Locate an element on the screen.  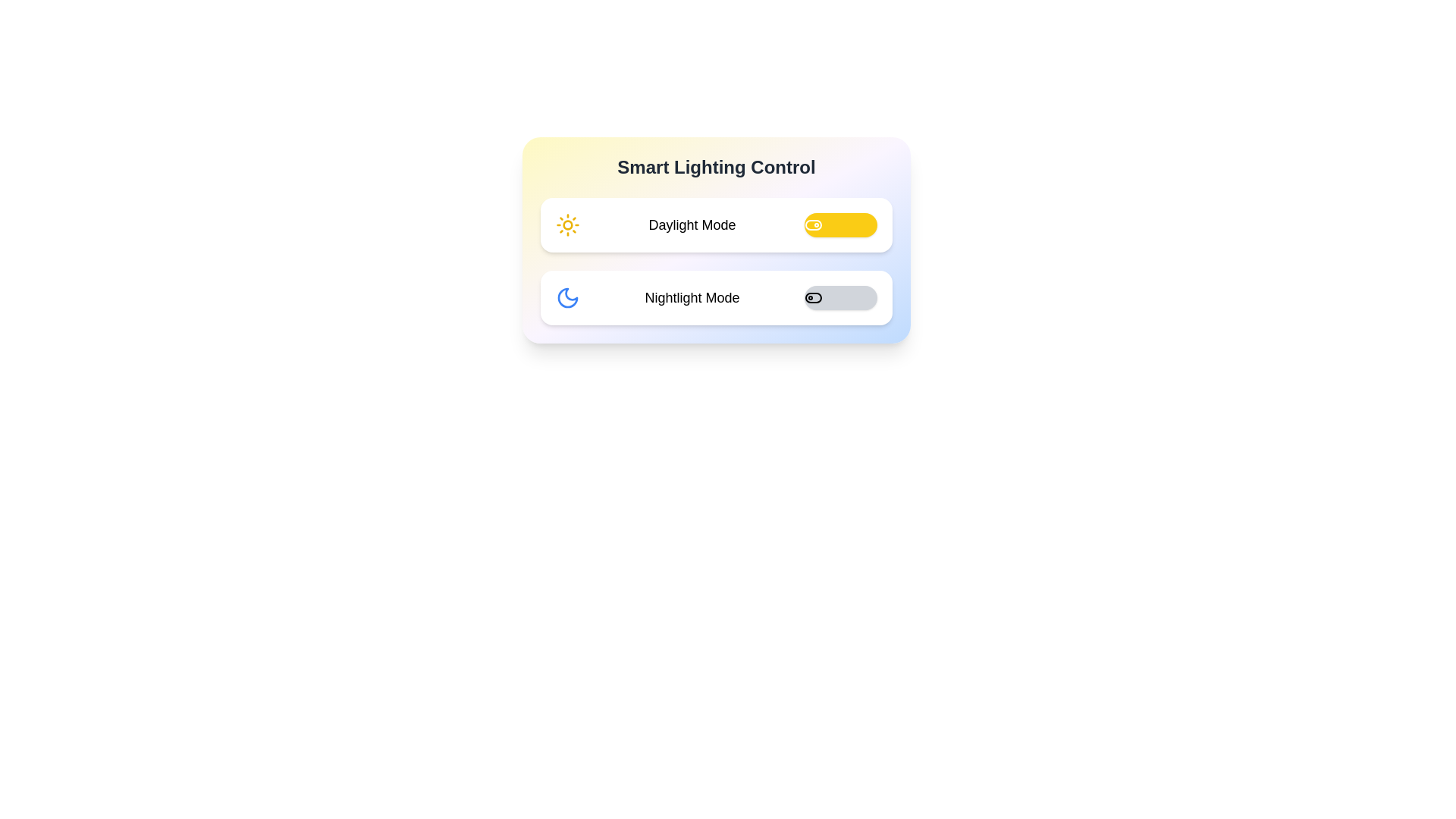
the toggle switch for 'Daylight Mode' in the Smart Lighting Control panel is located at coordinates (813, 225).